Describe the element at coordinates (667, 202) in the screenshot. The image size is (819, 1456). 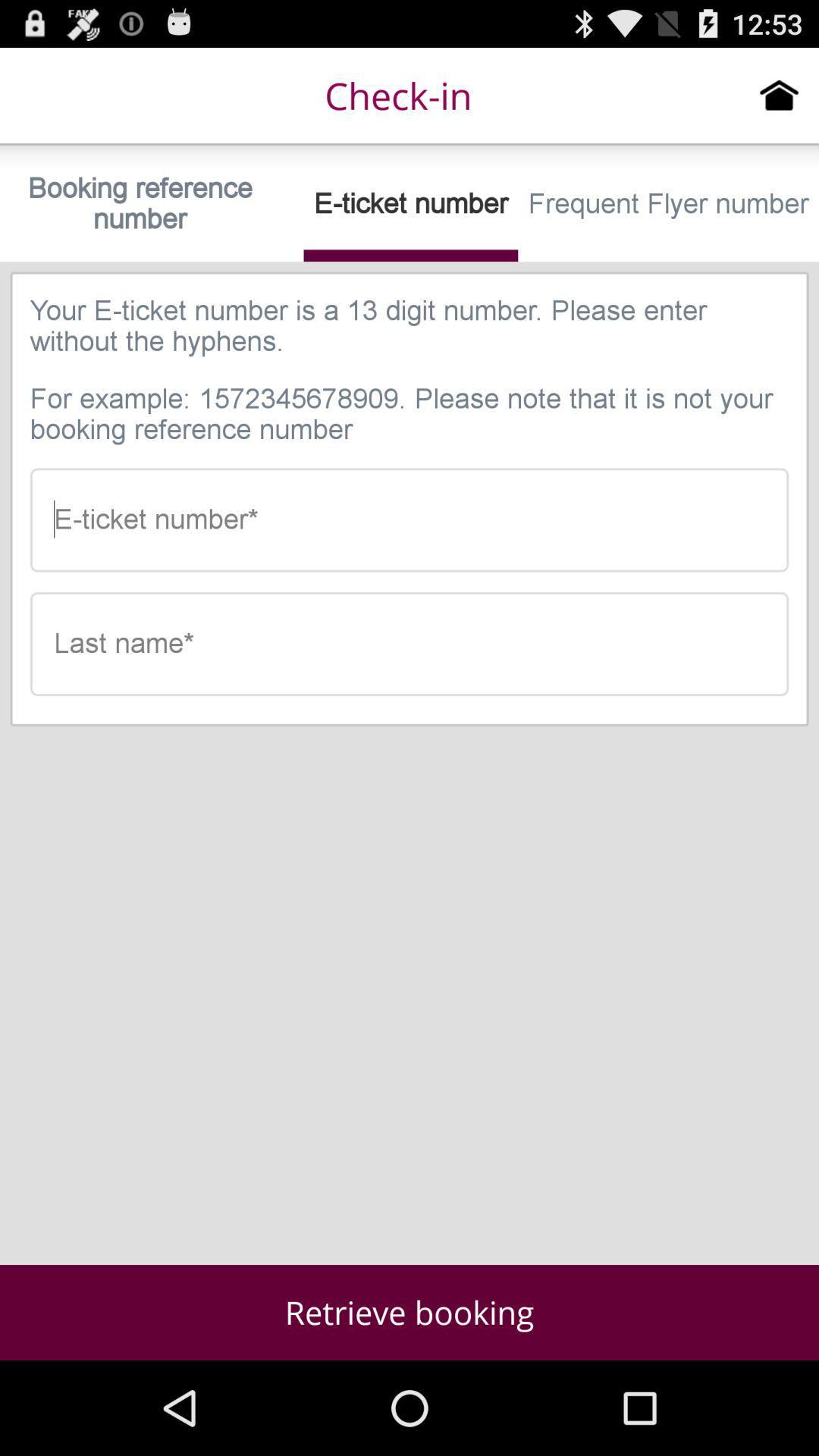
I see `the frequent flyer number icon` at that location.